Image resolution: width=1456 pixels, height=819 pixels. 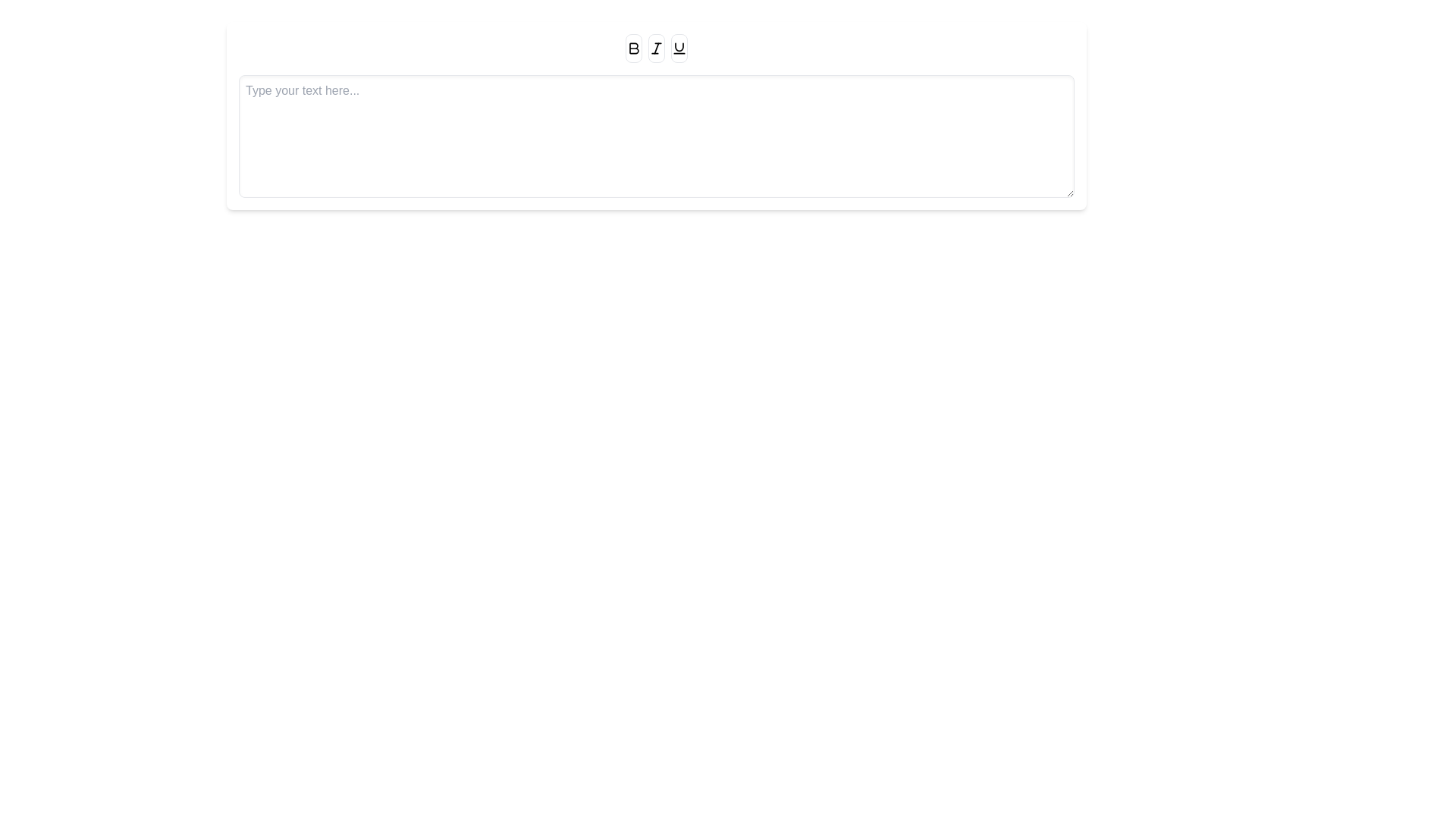 What do you see at coordinates (656, 48) in the screenshot?
I see `the italic formatting button located between the bold 'B' button and the underlined 'U' button` at bounding box center [656, 48].